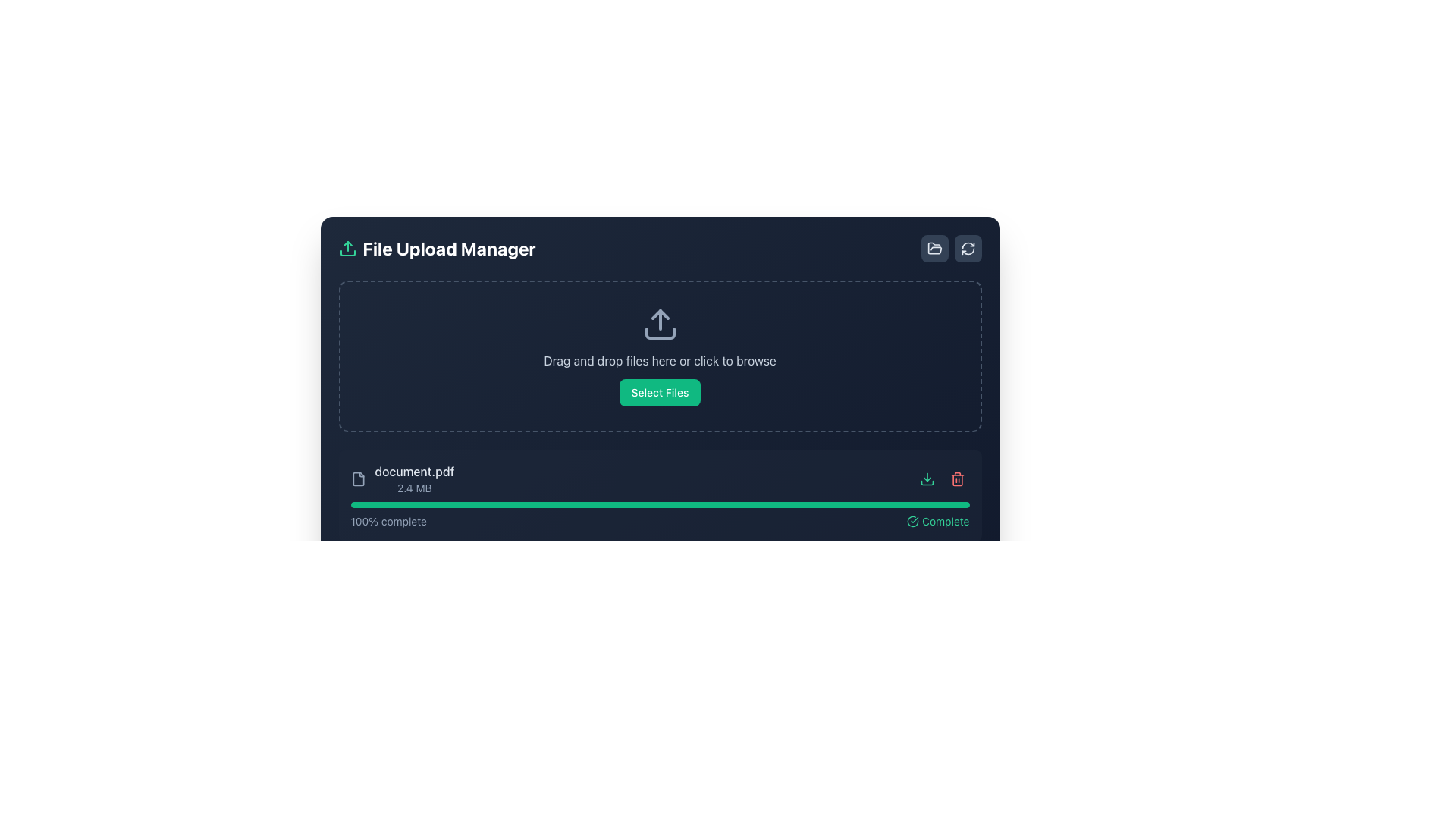 Image resolution: width=1456 pixels, height=819 pixels. Describe the element at coordinates (660, 505) in the screenshot. I see `the Progress Bar indicating the file upload progress for 'document.pdf 2.4 MB', which shows '100% complete' and has a green label 'Complete'` at that location.